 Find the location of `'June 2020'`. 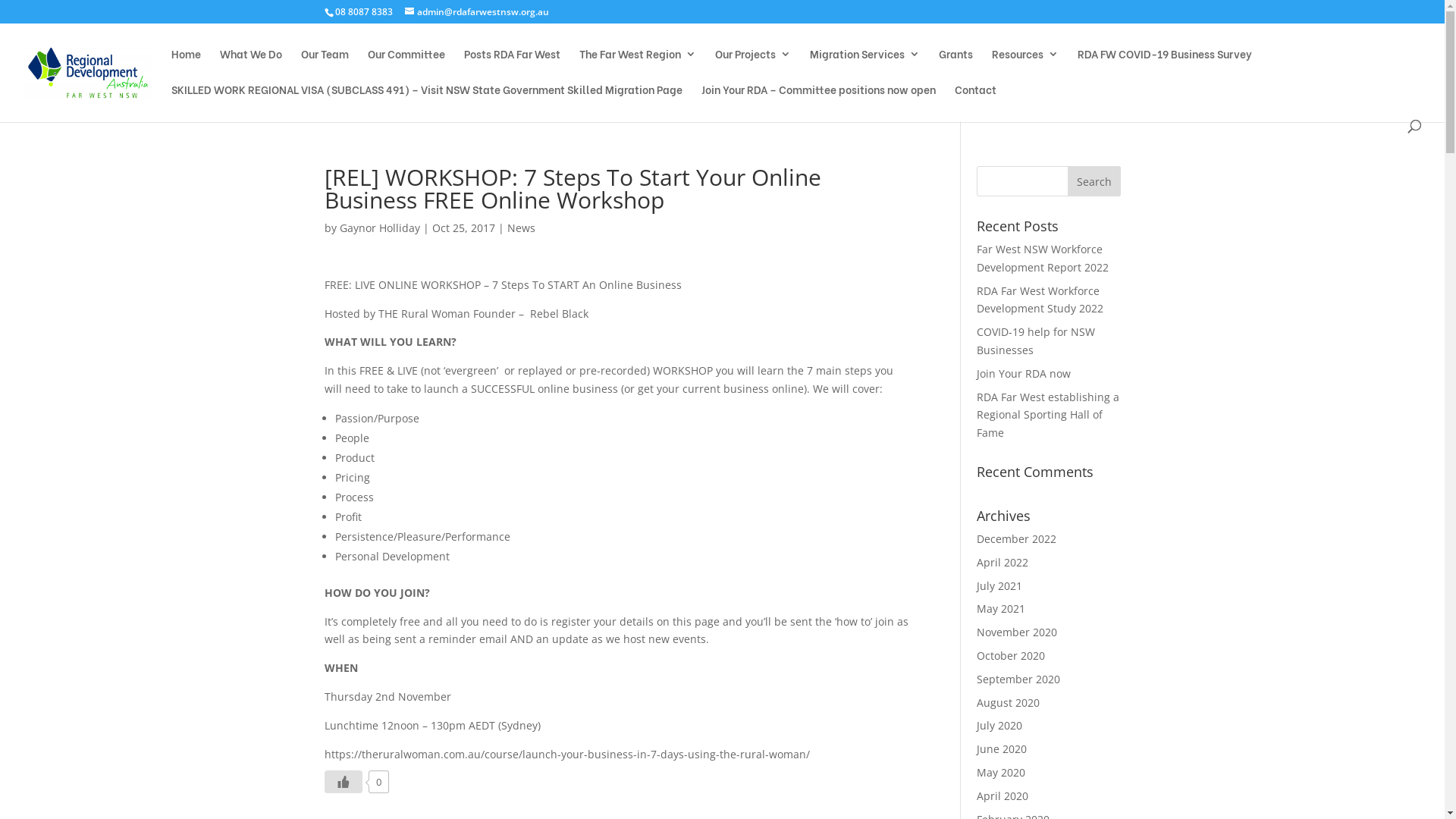

'June 2020' is located at coordinates (1001, 748).